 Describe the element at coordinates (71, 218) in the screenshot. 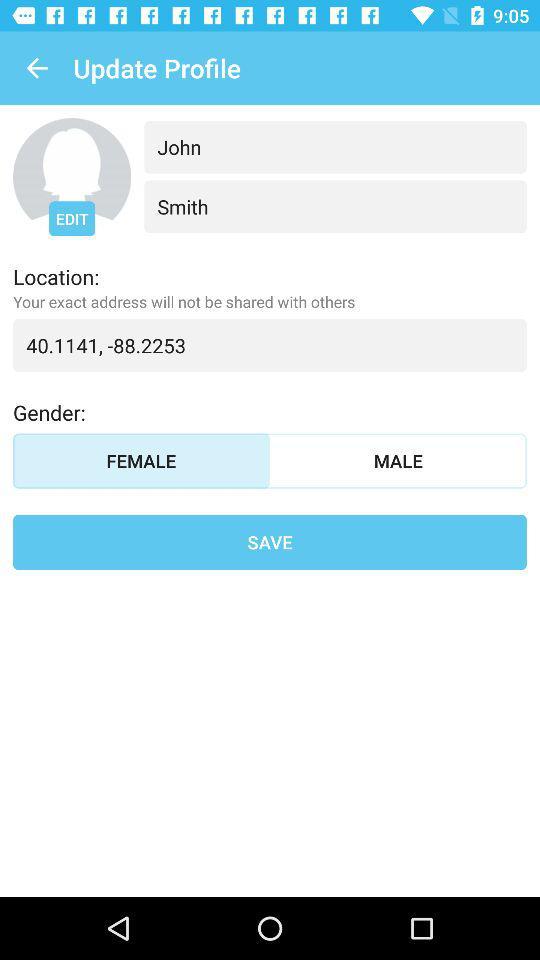

I see `the edit` at that location.